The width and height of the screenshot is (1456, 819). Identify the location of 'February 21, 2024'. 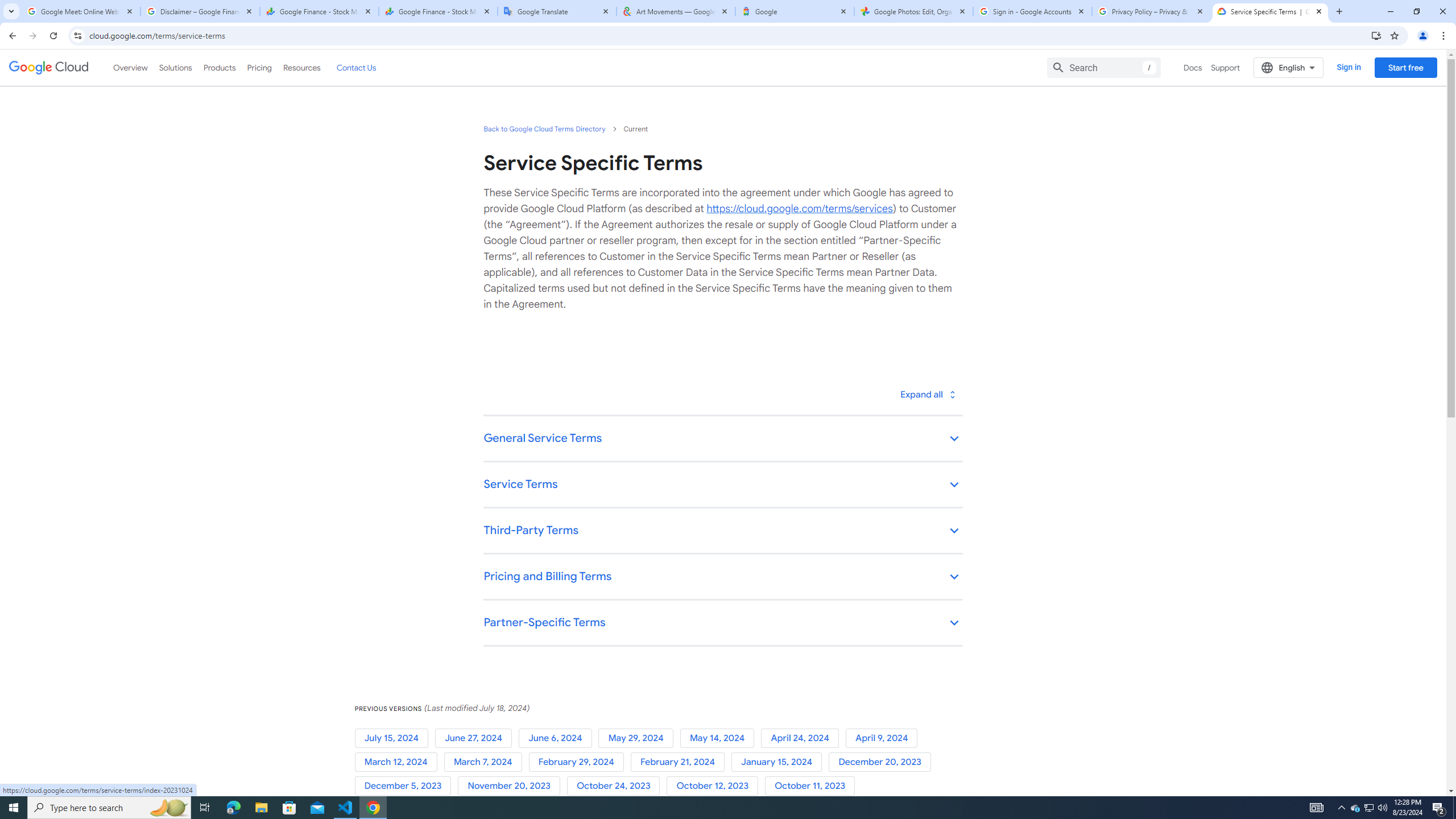
(680, 761).